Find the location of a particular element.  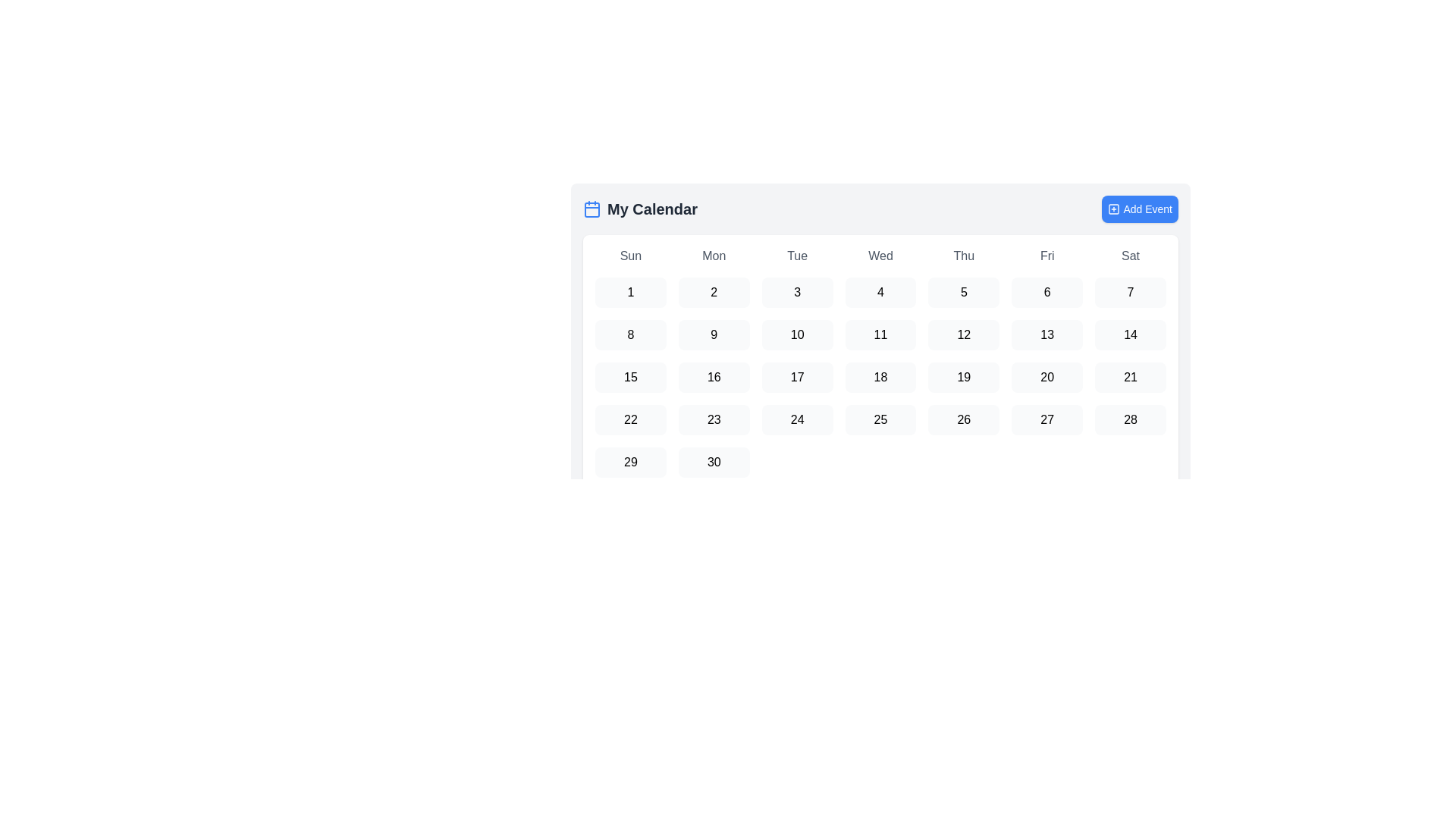

the numeric day '9' button in the calendar grid is located at coordinates (713, 334).